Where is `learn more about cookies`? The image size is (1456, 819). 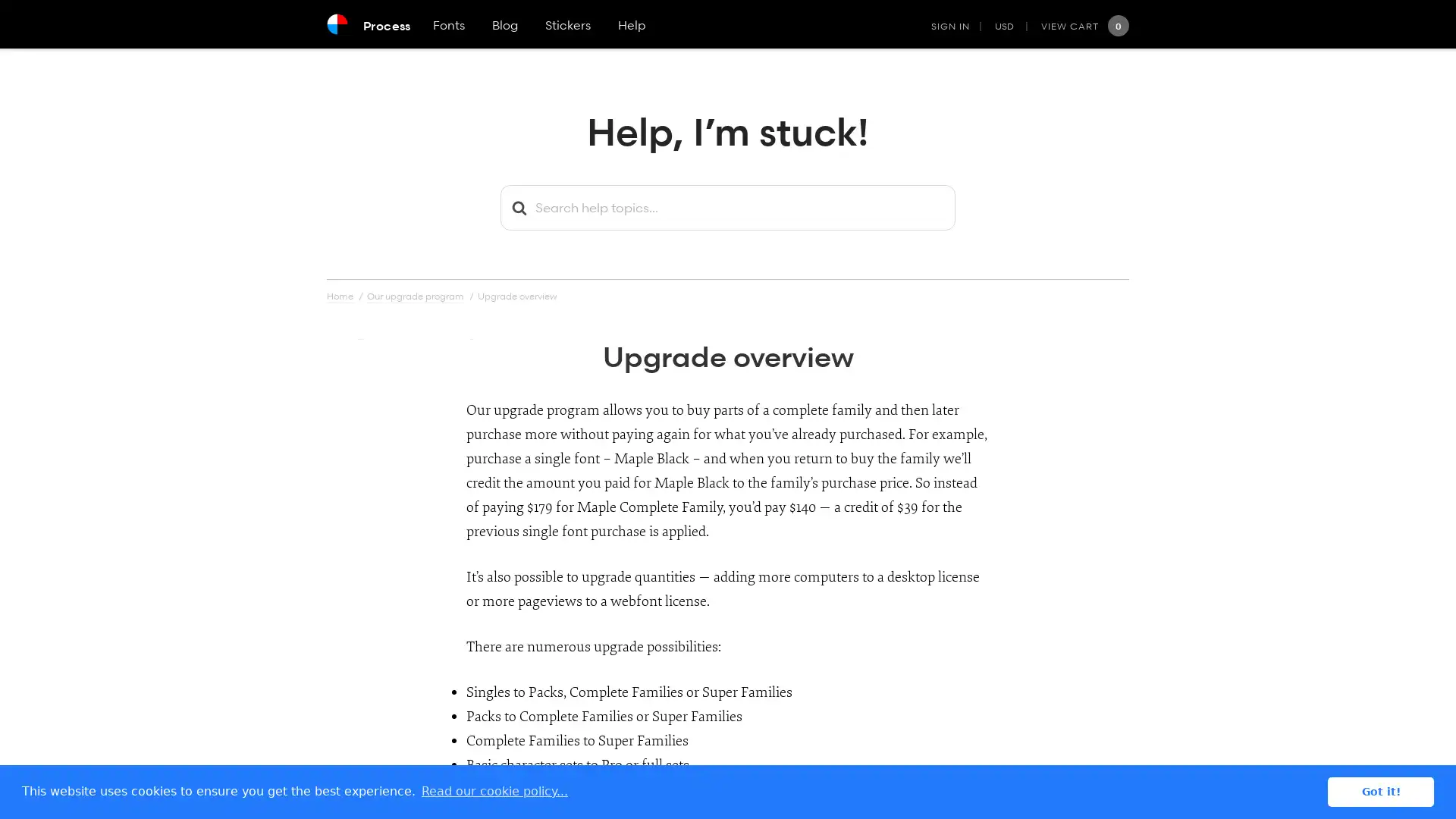
learn more about cookies is located at coordinates (494, 791).